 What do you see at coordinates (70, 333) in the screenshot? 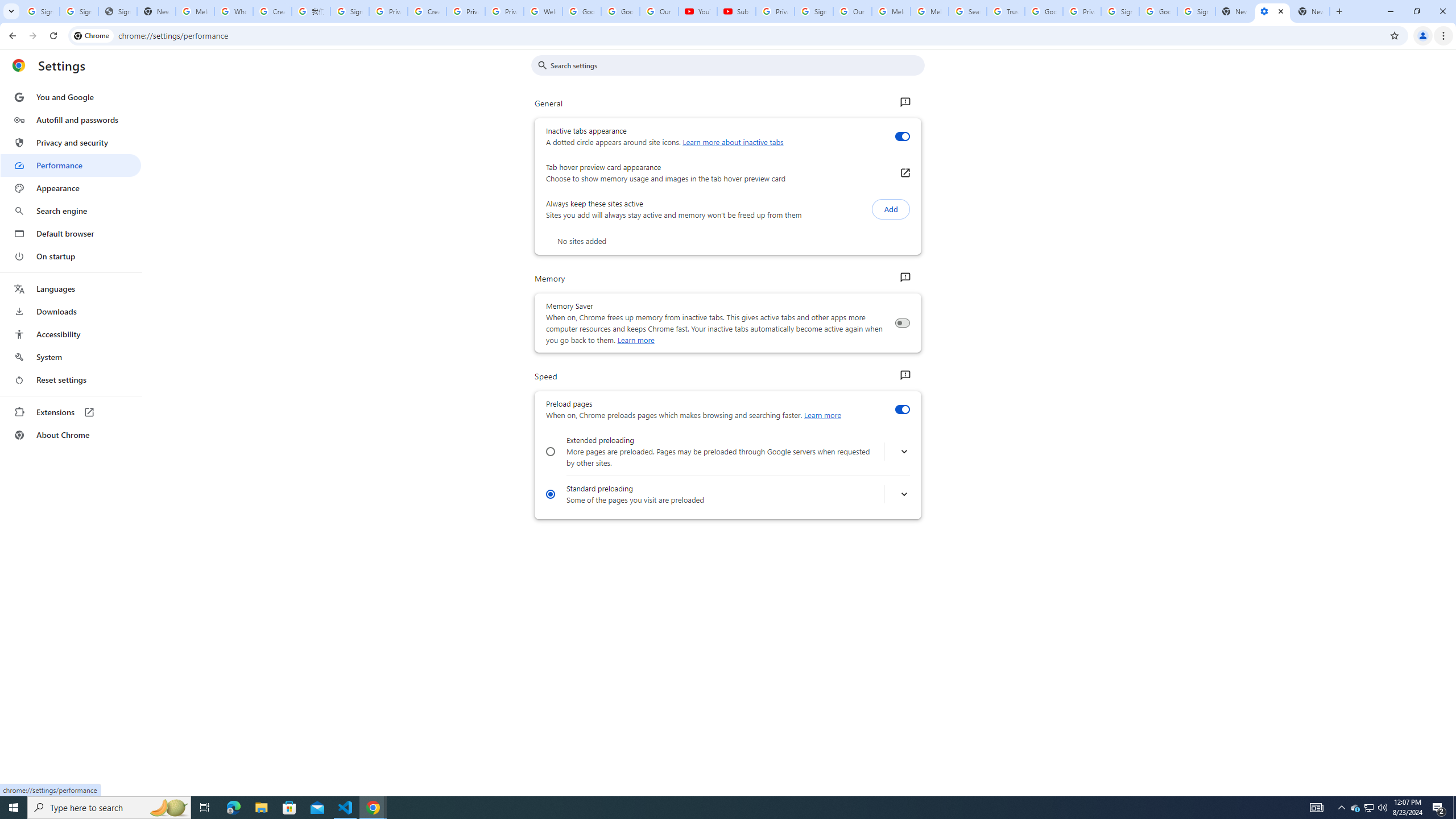
I see `'Accessibility'` at bounding box center [70, 333].